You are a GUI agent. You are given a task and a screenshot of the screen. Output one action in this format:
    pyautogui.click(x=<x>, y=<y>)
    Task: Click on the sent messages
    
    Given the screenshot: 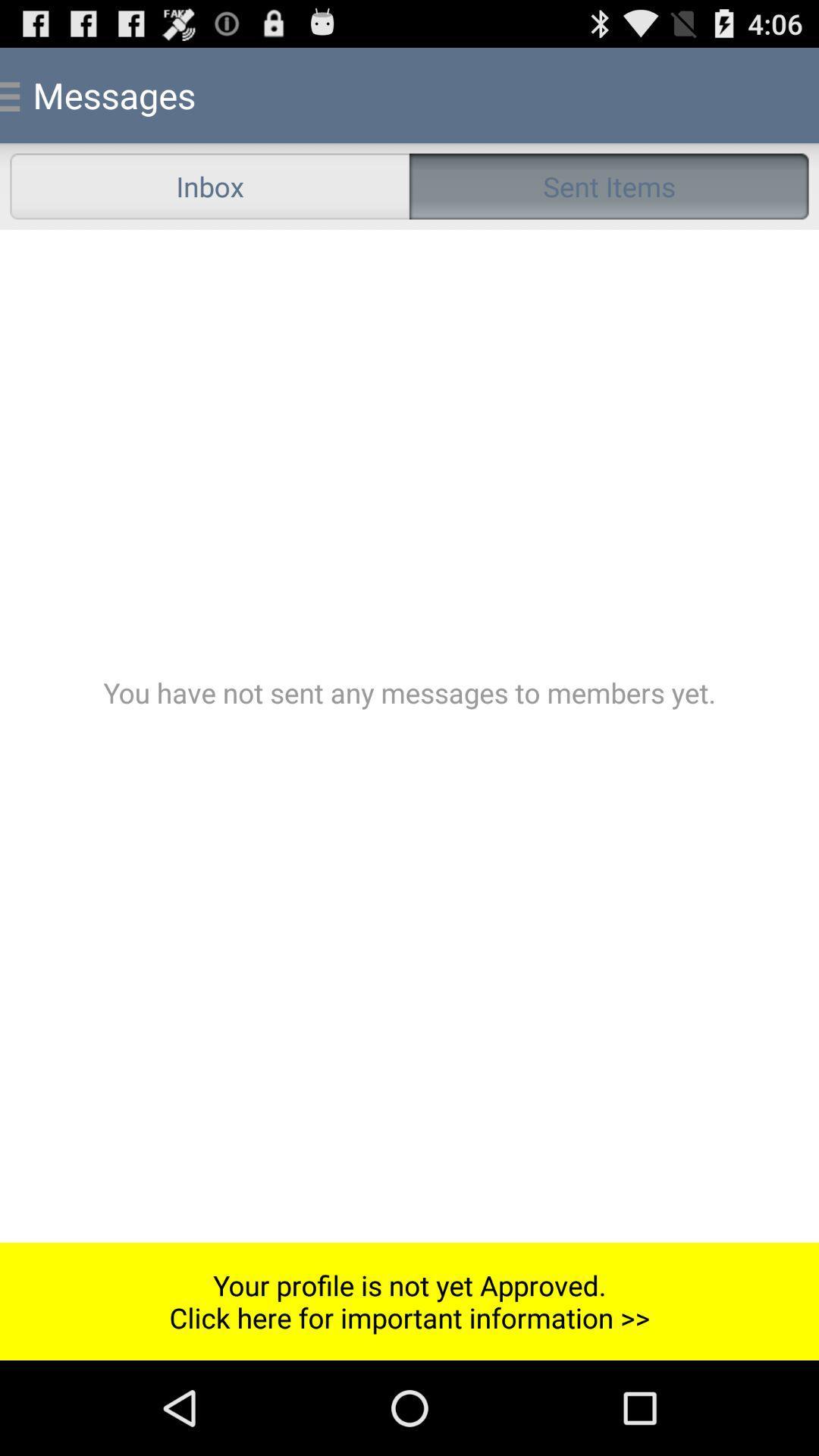 What is the action you would take?
    pyautogui.click(x=409, y=736)
    